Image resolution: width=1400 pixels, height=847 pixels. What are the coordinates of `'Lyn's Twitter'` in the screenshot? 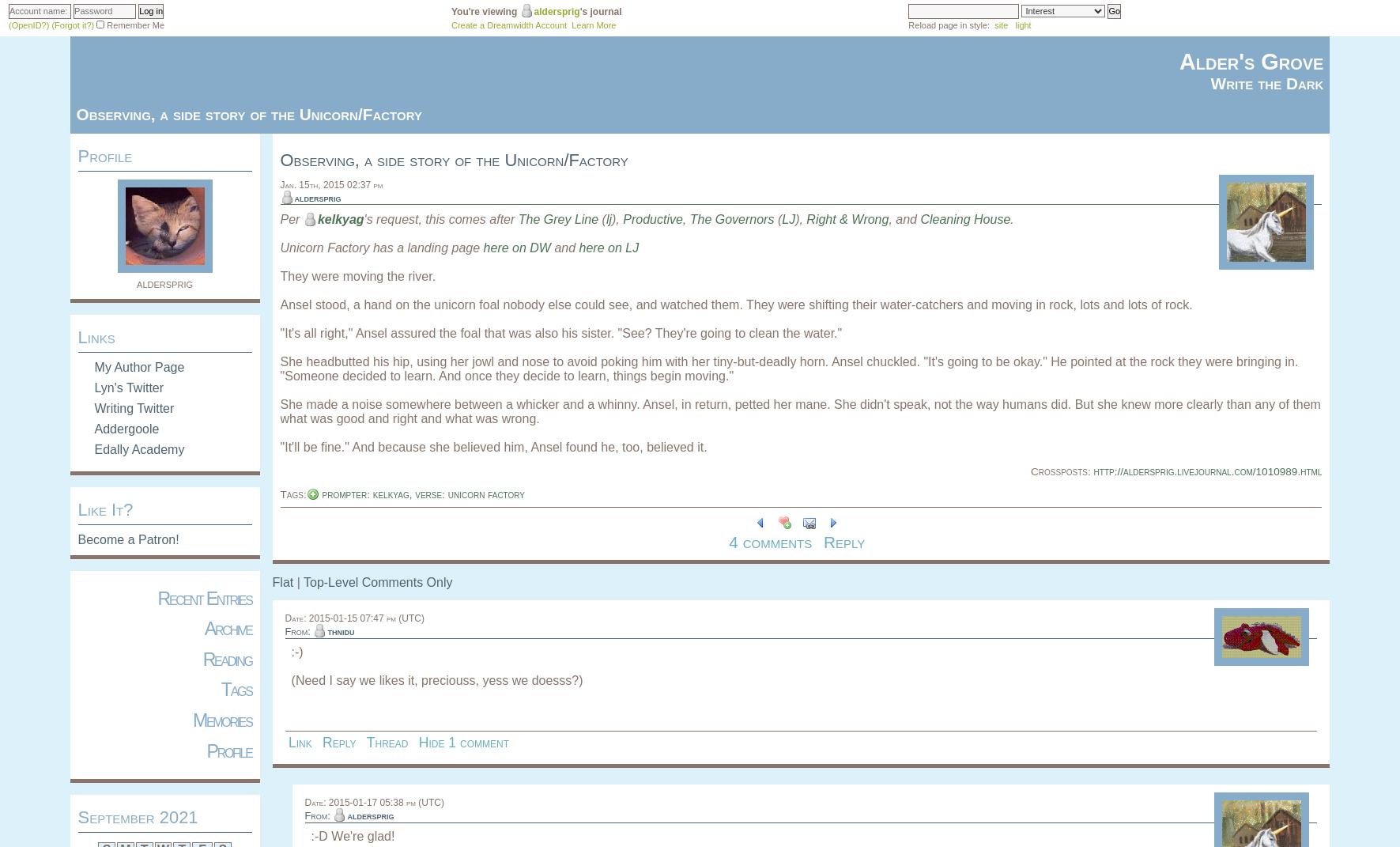 It's located at (128, 387).